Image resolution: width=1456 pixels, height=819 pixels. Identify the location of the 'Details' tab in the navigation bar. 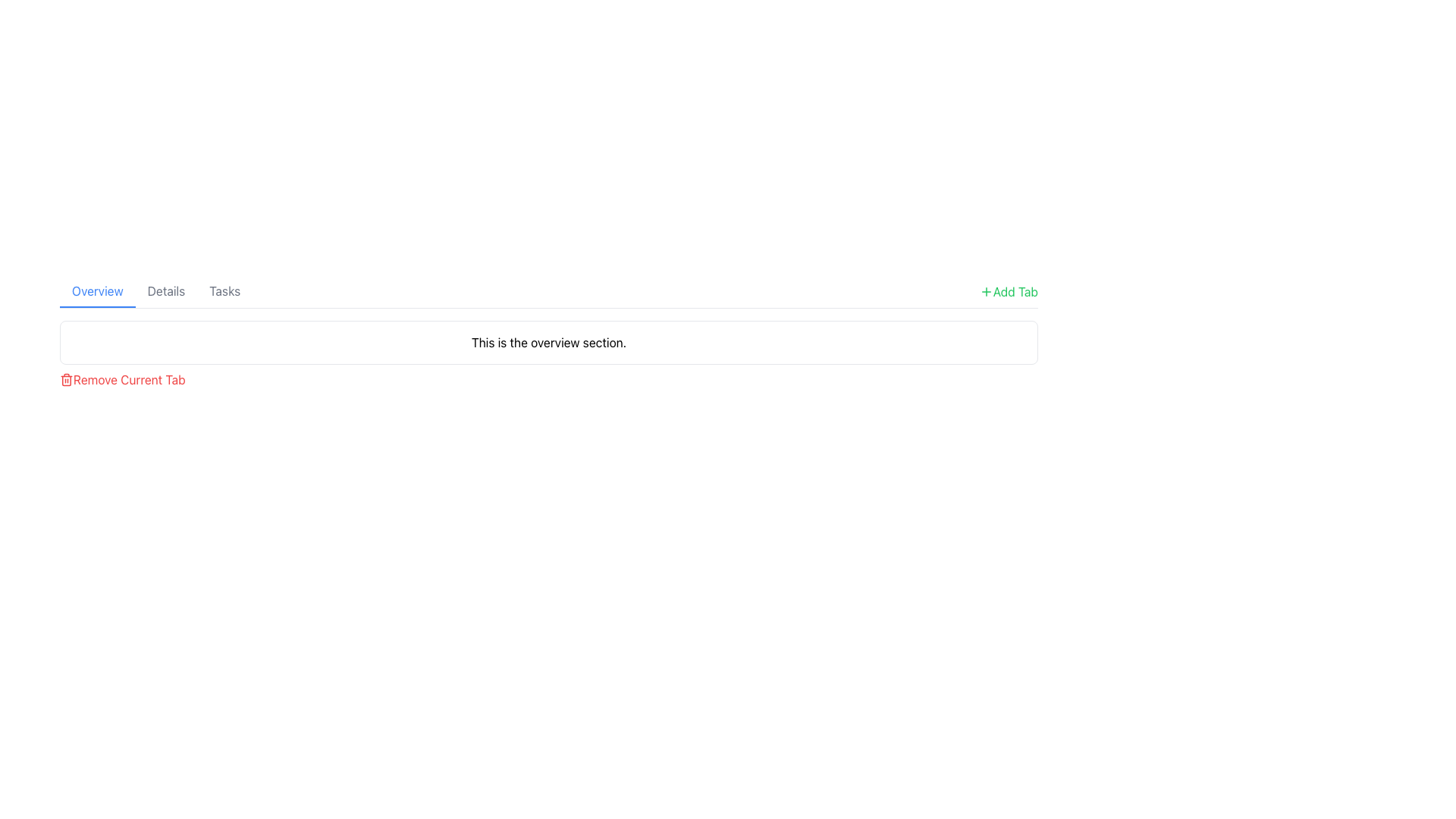
(166, 292).